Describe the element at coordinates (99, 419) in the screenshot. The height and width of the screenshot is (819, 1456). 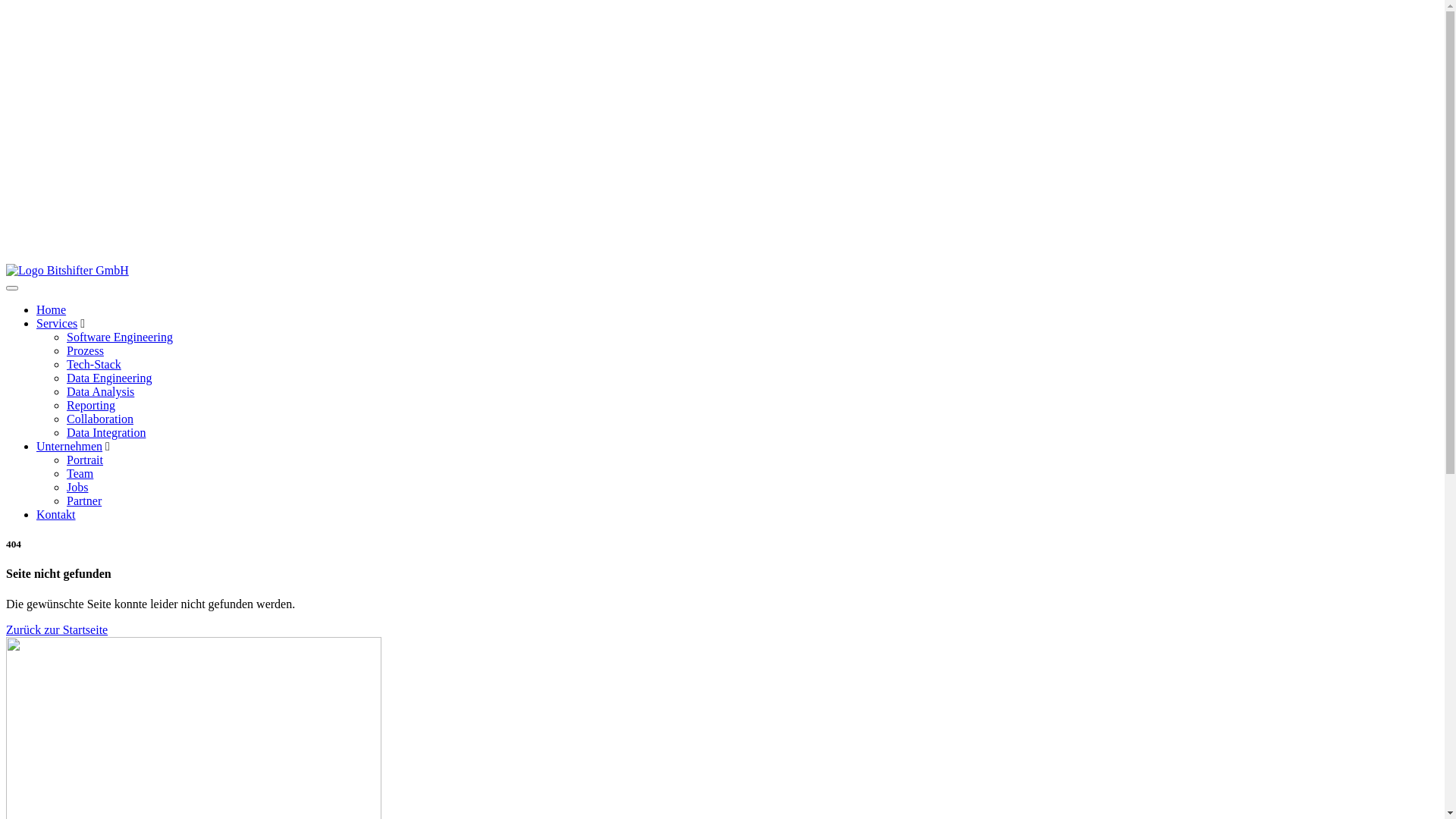
I see `'Collaboration'` at that location.